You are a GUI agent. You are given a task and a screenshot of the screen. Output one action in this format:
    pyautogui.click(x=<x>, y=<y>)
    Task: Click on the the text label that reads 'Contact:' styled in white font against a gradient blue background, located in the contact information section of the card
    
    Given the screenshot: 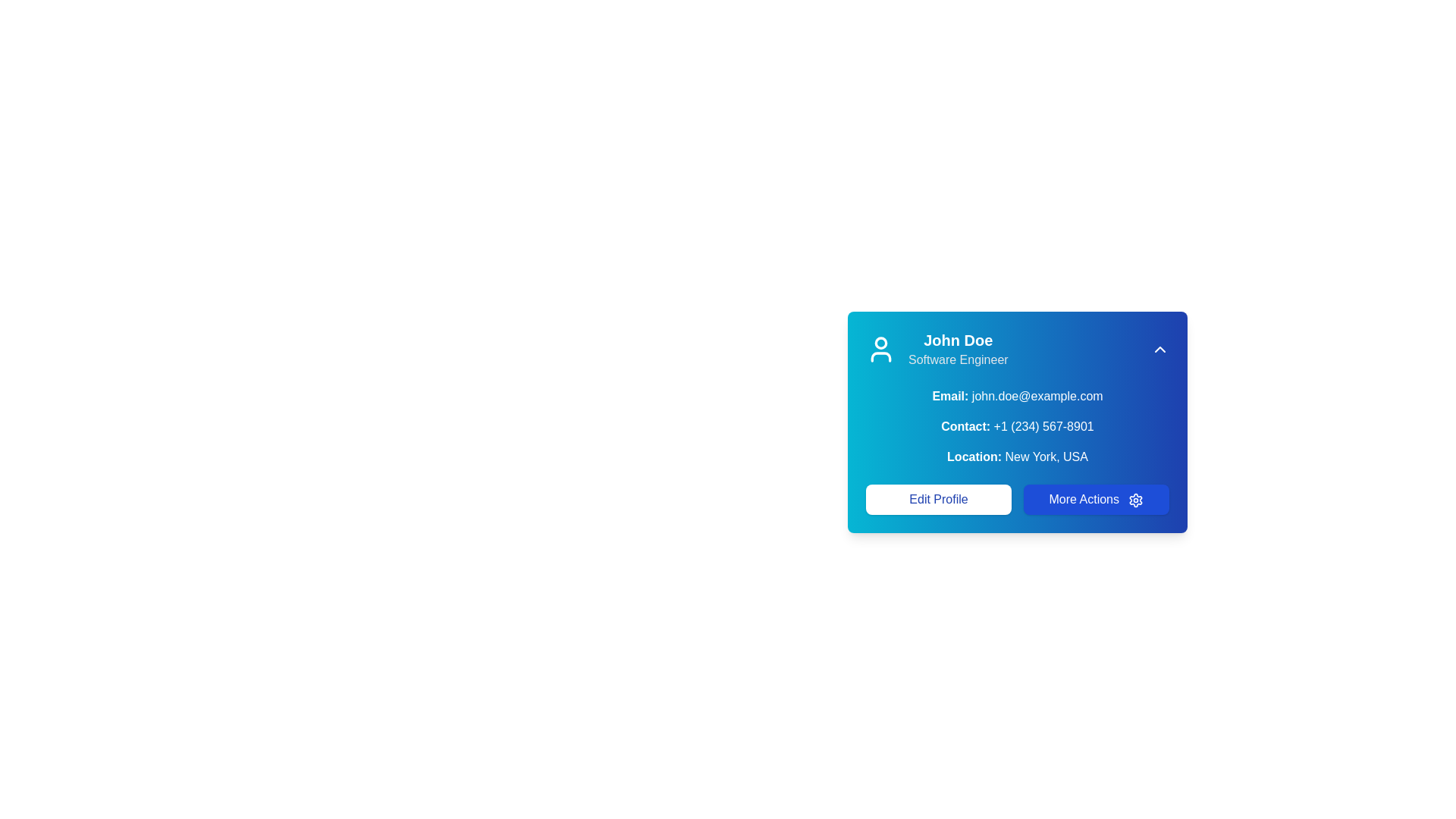 What is the action you would take?
    pyautogui.click(x=965, y=426)
    